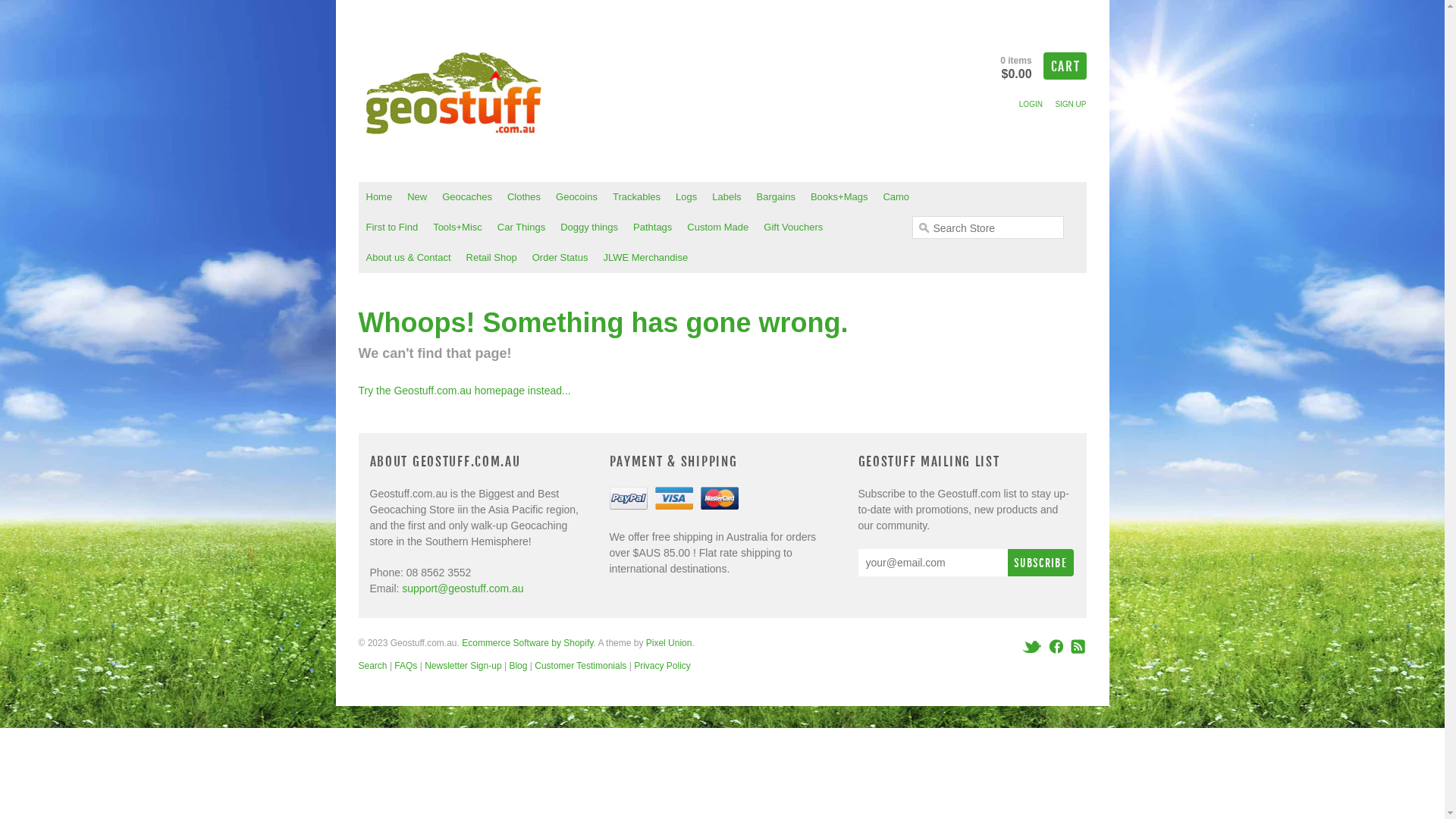 The height and width of the screenshot is (819, 1456). I want to click on 'Geocoins', so click(548, 196).